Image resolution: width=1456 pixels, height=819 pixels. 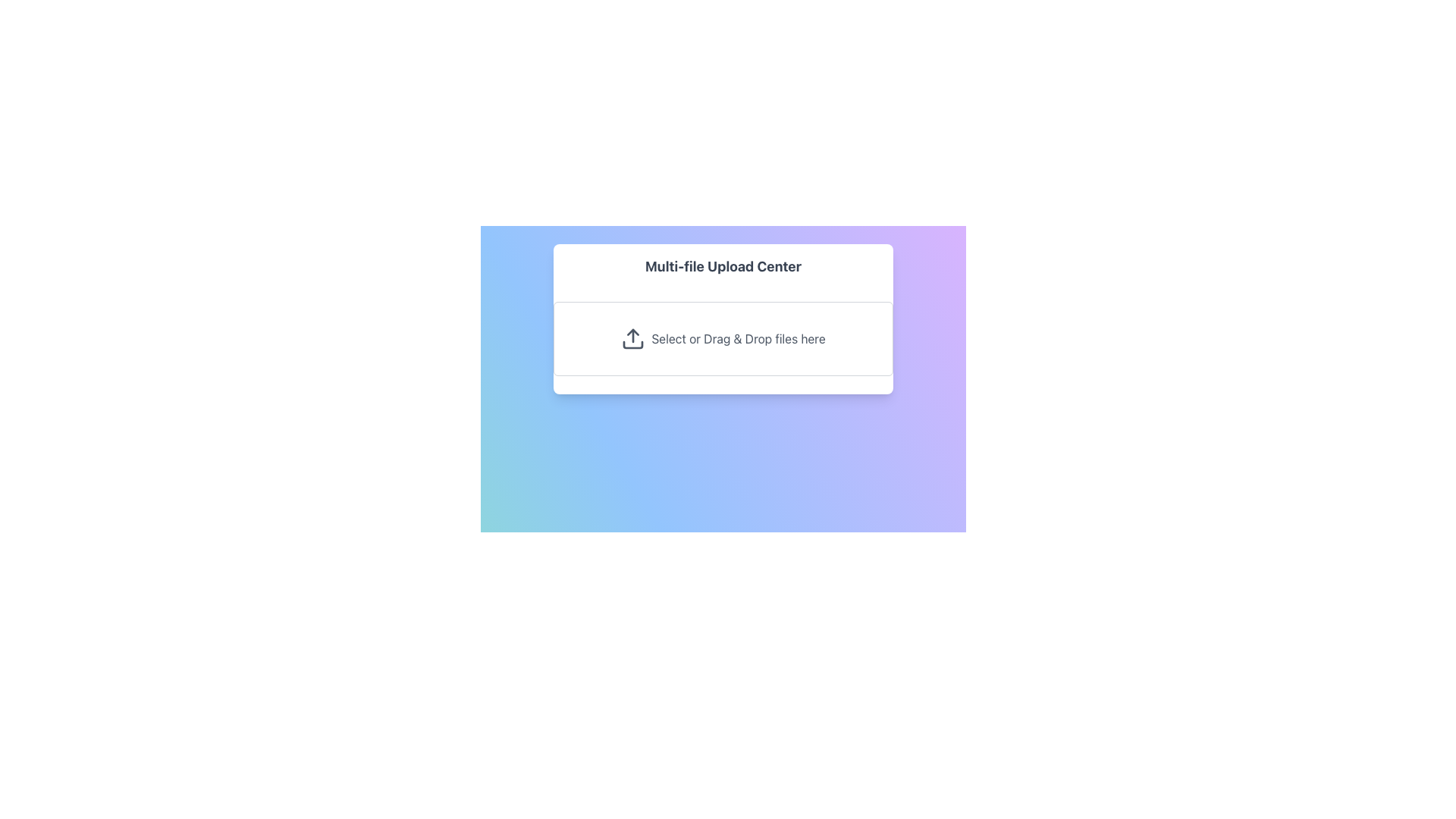 What do you see at coordinates (723, 318) in the screenshot?
I see `the 'Multi-file Upload Center' area` at bounding box center [723, 318].